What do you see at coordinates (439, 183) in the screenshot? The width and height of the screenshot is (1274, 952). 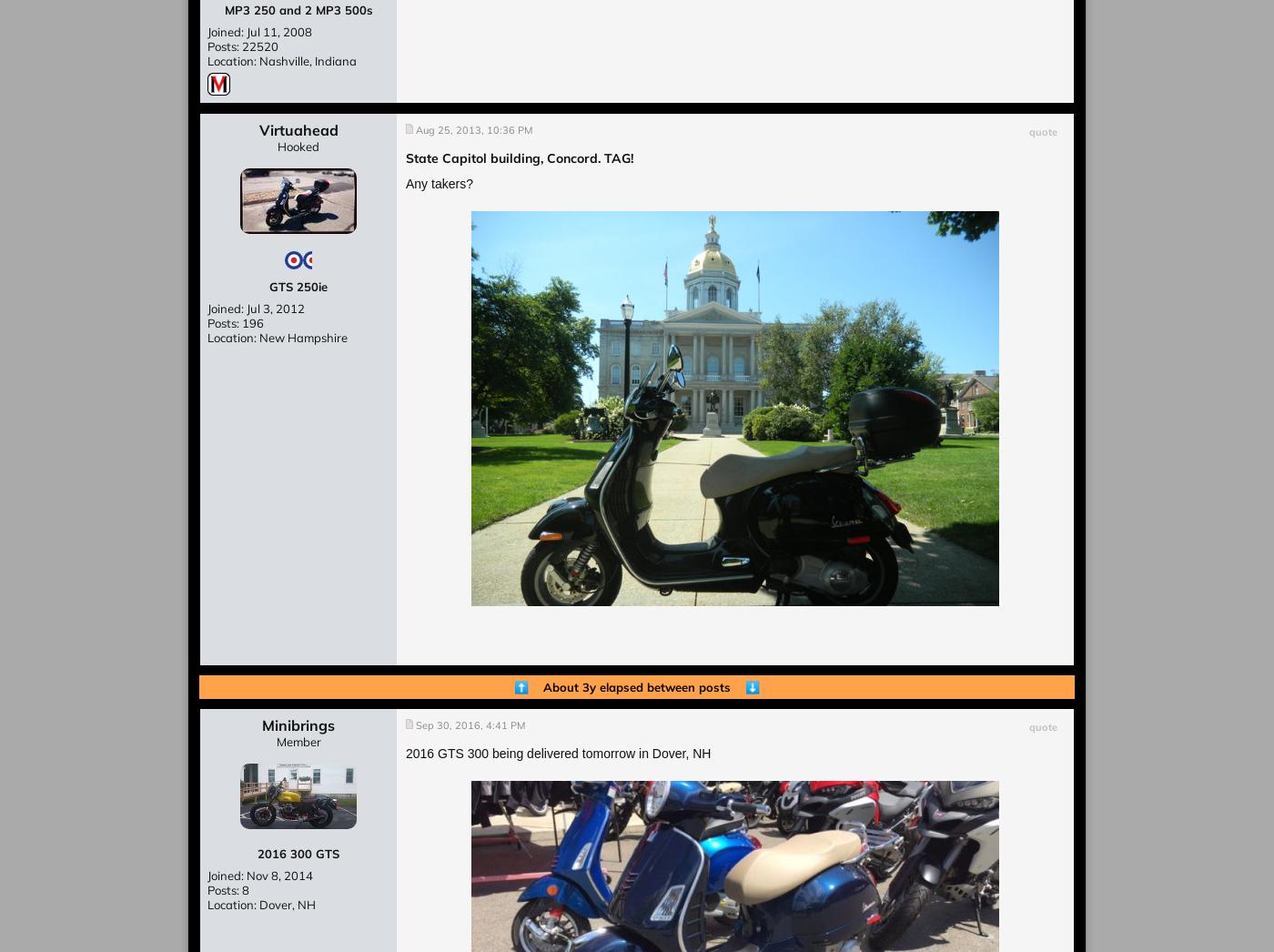 I see `'Any takers?'` at bounding box center [439, 183].